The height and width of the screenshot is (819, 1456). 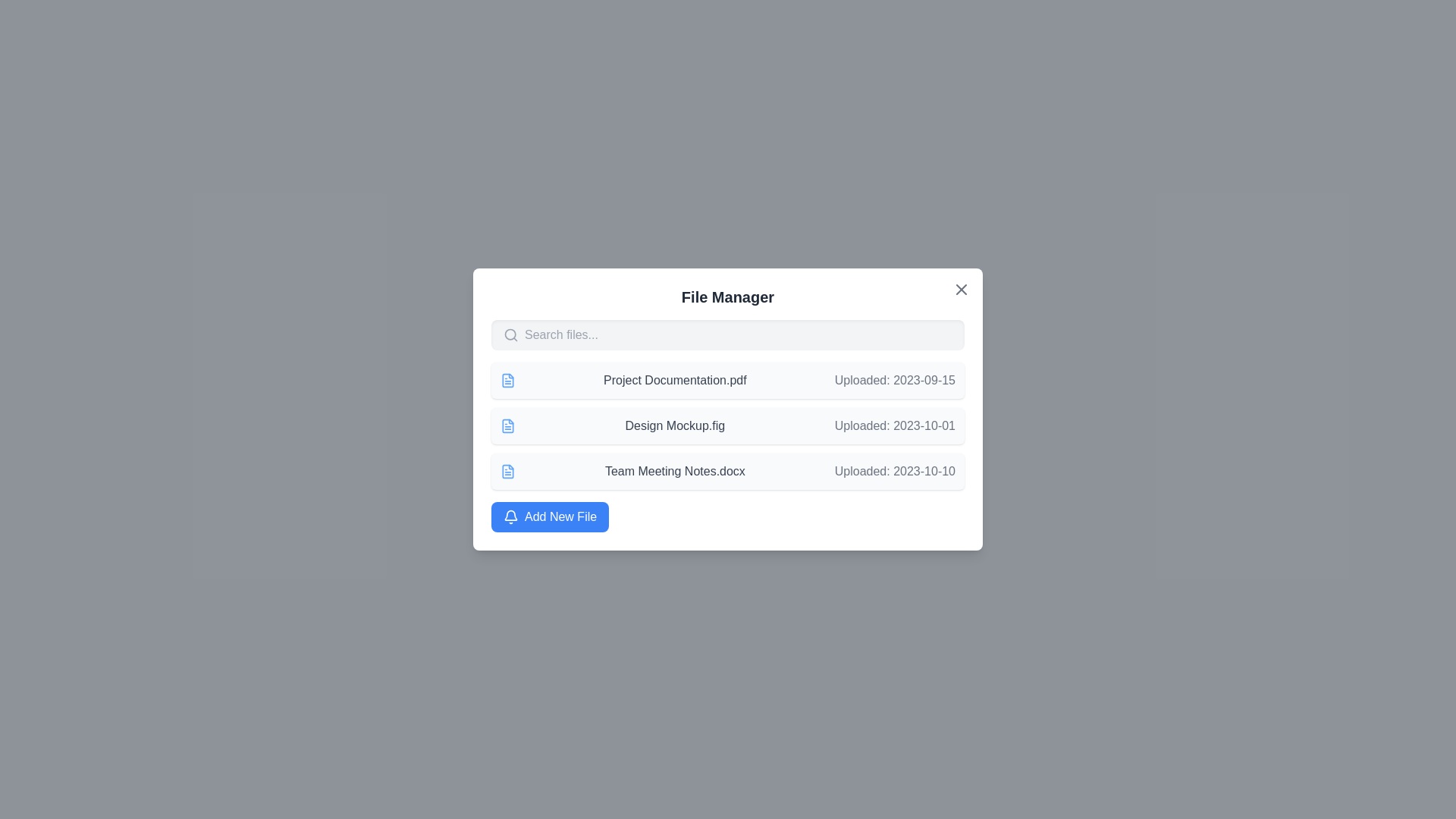 What do you see at coordinates (960, 289) in the screenshot?
I see `the cross ('X') icon button located at the top-right corner of the 'File Manager' dialog box` at bounding box center [960, 289].